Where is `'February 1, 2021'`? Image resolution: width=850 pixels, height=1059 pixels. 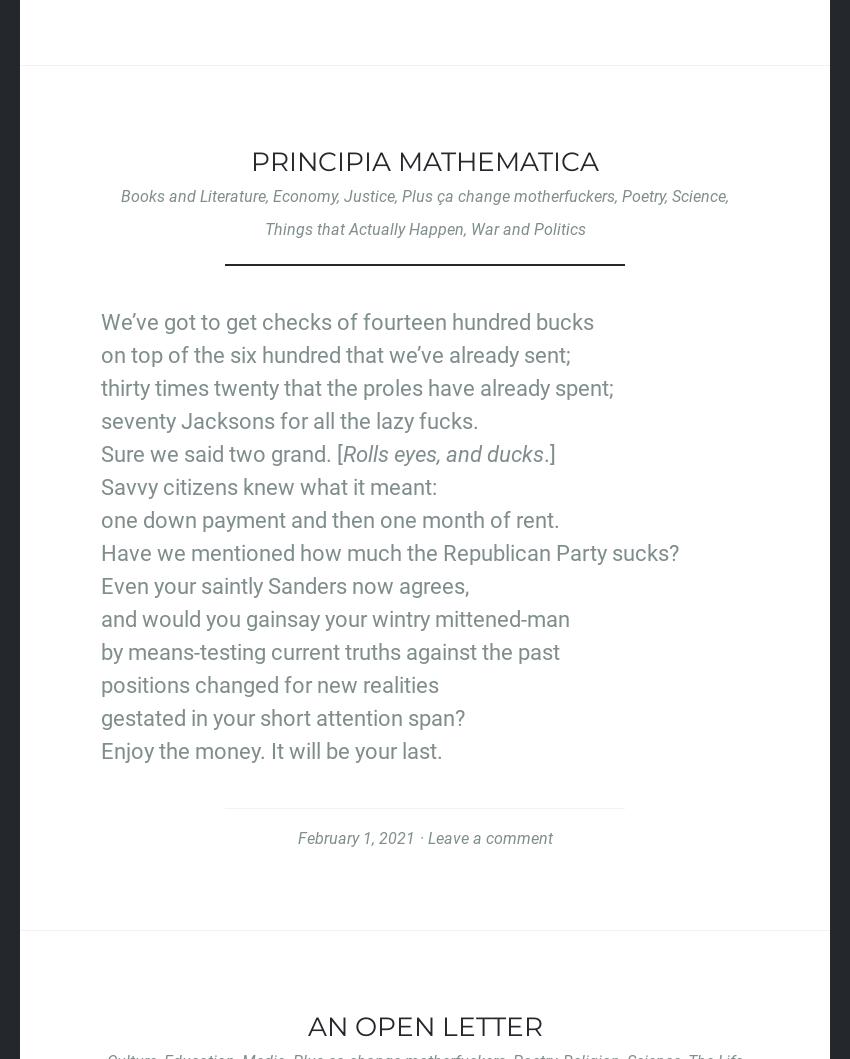 'February 1, 2021' is located at coordinates (354, 837).